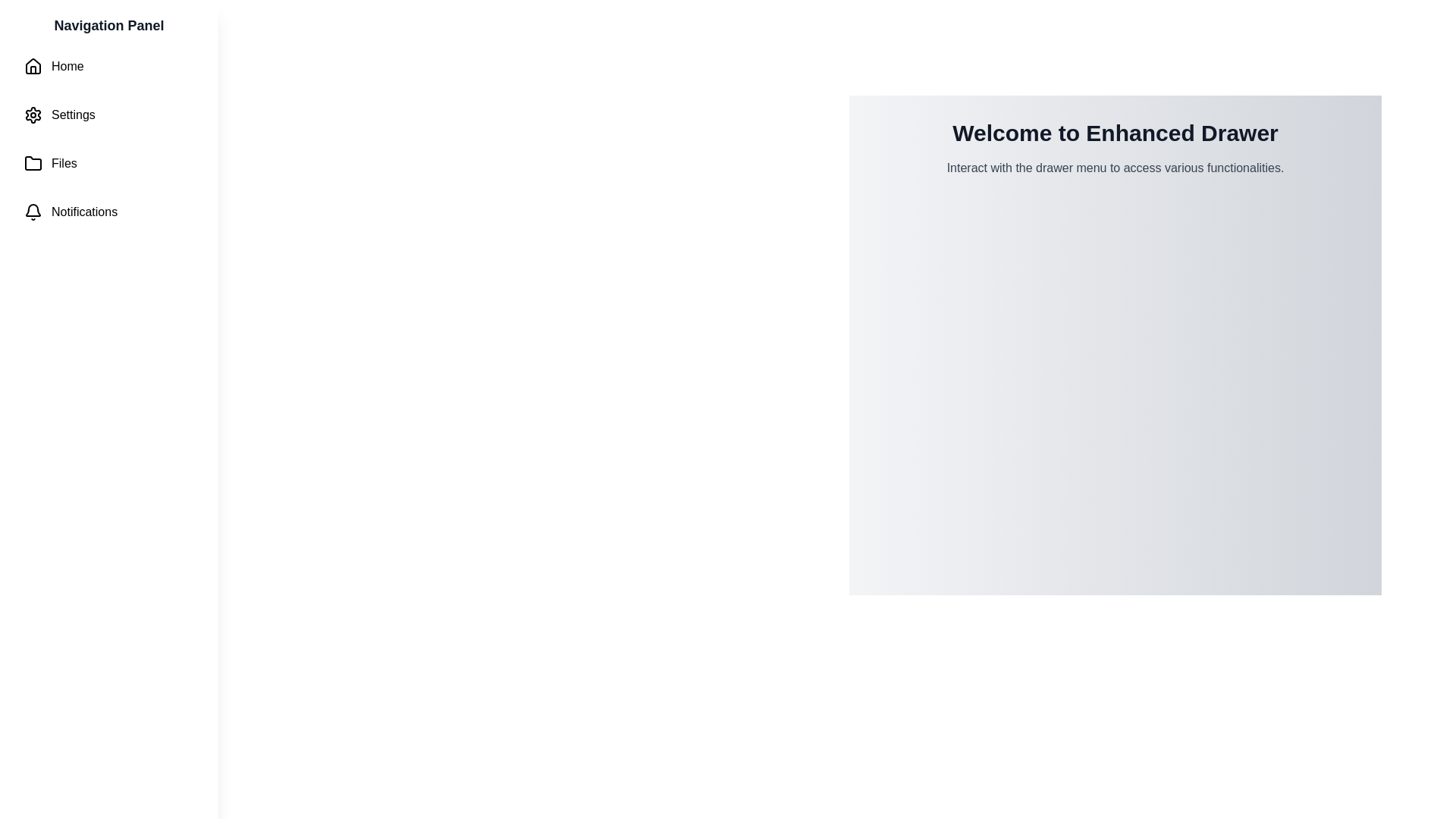 This screenshot has width=1456, height=819. I want to click on the interactive button located at the top-left corner of the navigation section, so click(29, 29).